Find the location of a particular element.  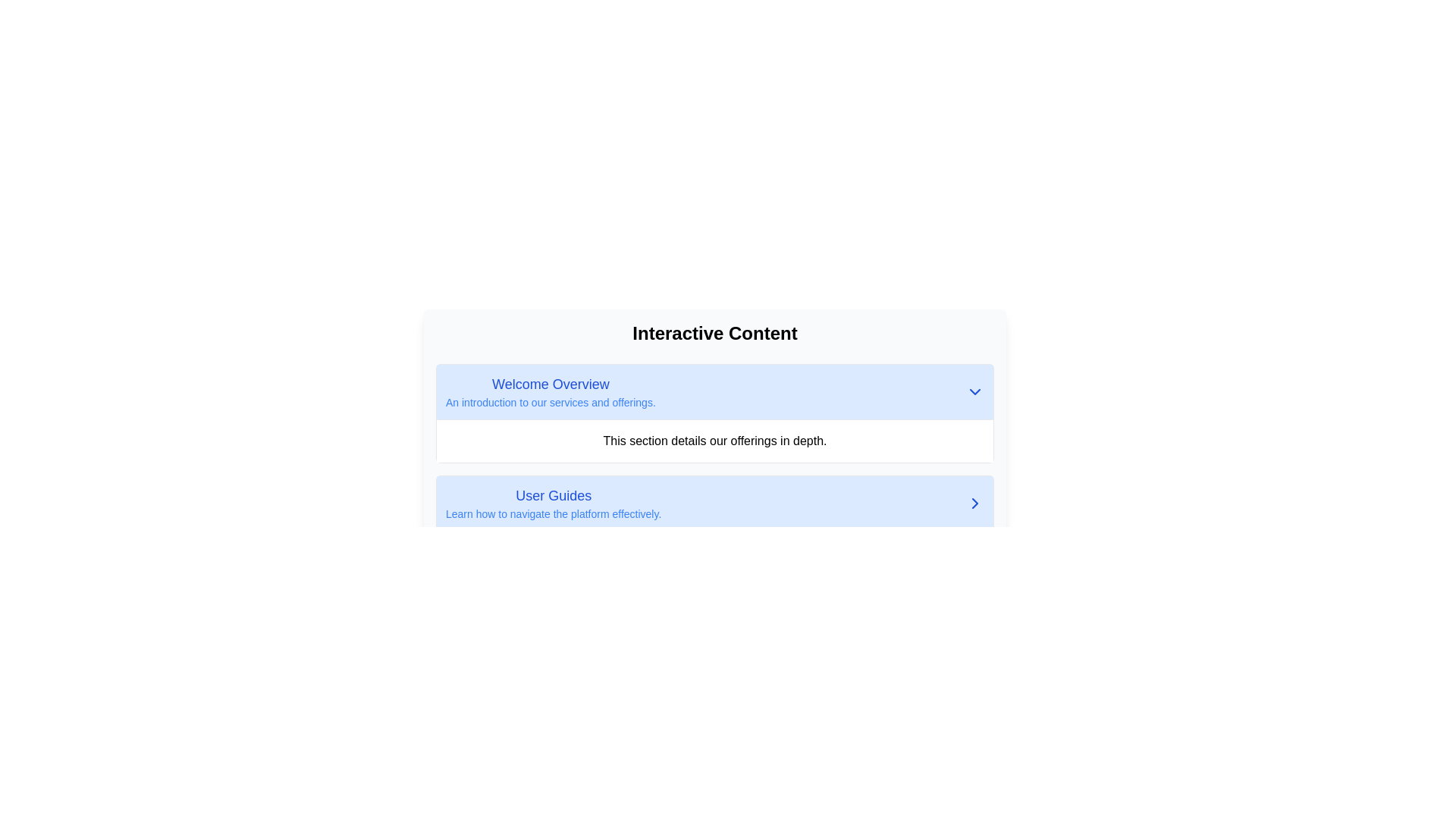

the button labeled 'User Guides' located below the 'Welcome Overview' item is located at coordinates (714, 503).